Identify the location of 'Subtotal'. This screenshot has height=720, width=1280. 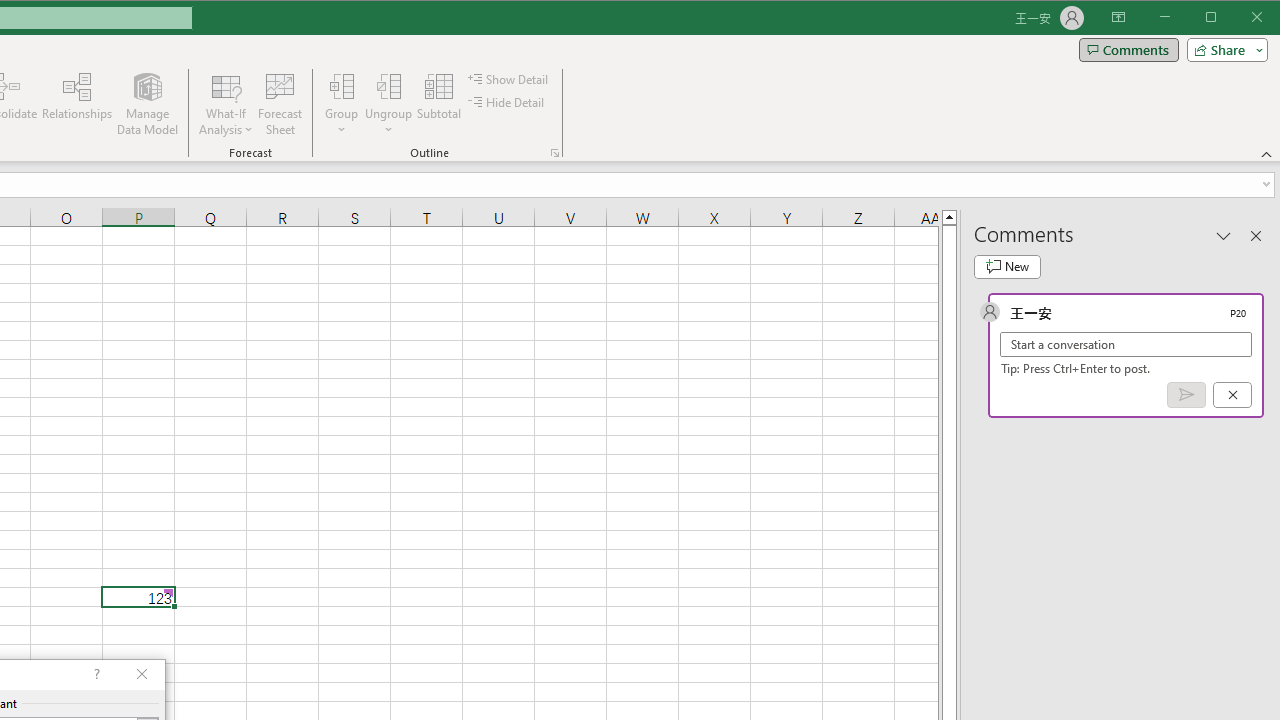
(438, 104).